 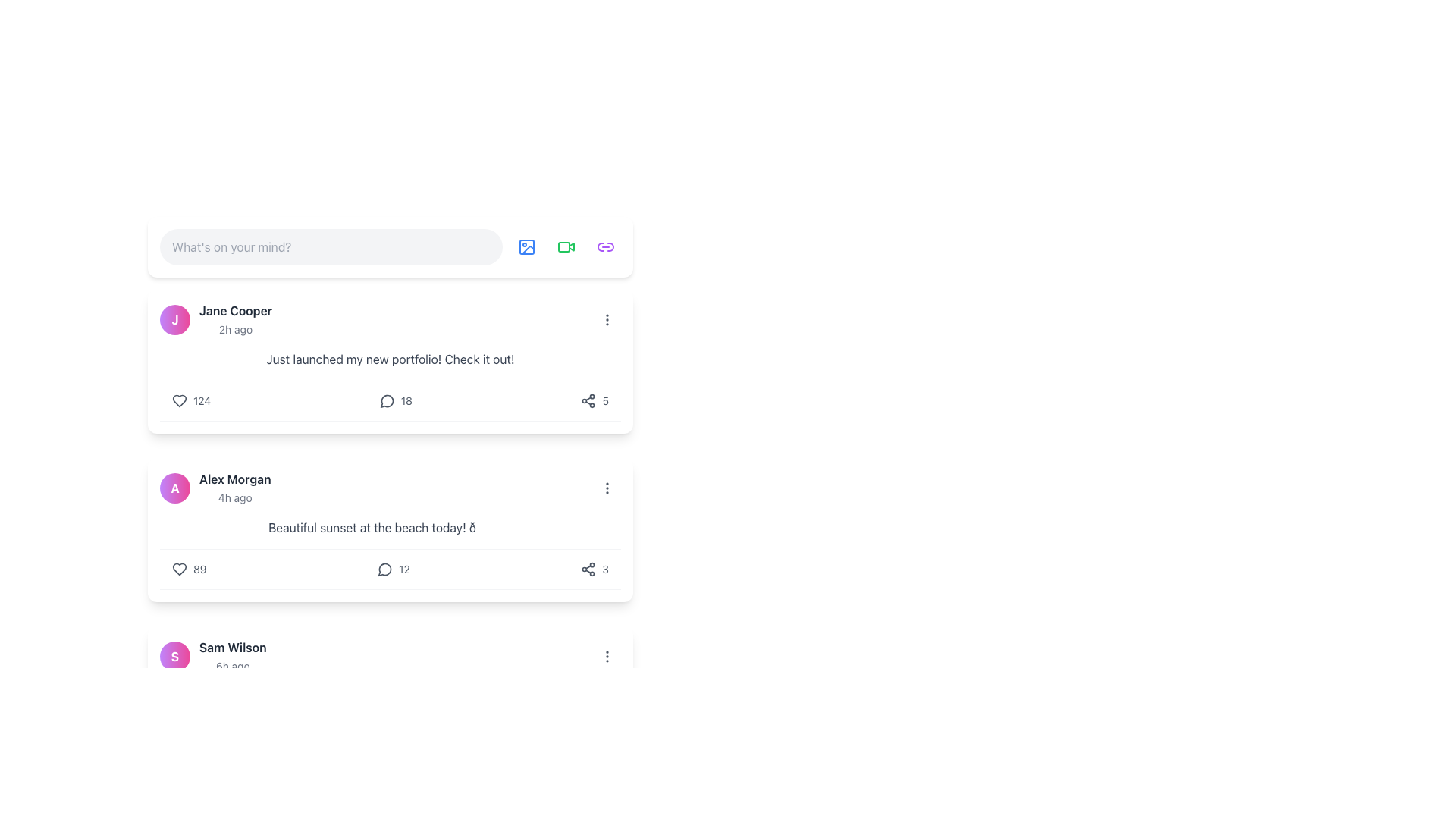 What do you see at coordinates (566, 246) in the screenshot?
I see `the video recording icon located towards the top-right corner of the interface` at bounding box center [566, 246].